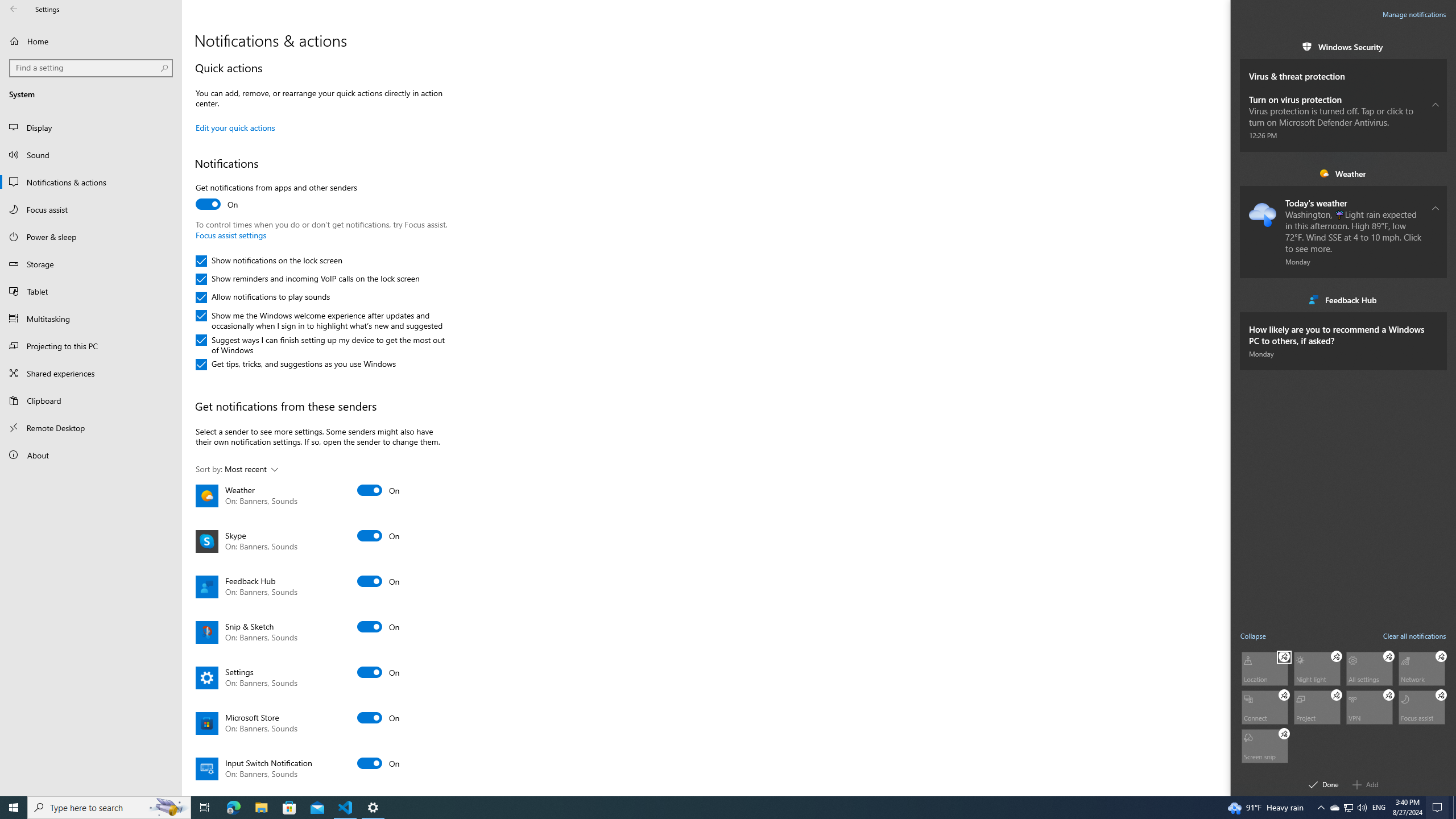 The width and height of the screenshot is (1456, 819). Describe the element at coordinates (1323, 784) in the screenshot. I see `'Done editing quick actions'` at that location.